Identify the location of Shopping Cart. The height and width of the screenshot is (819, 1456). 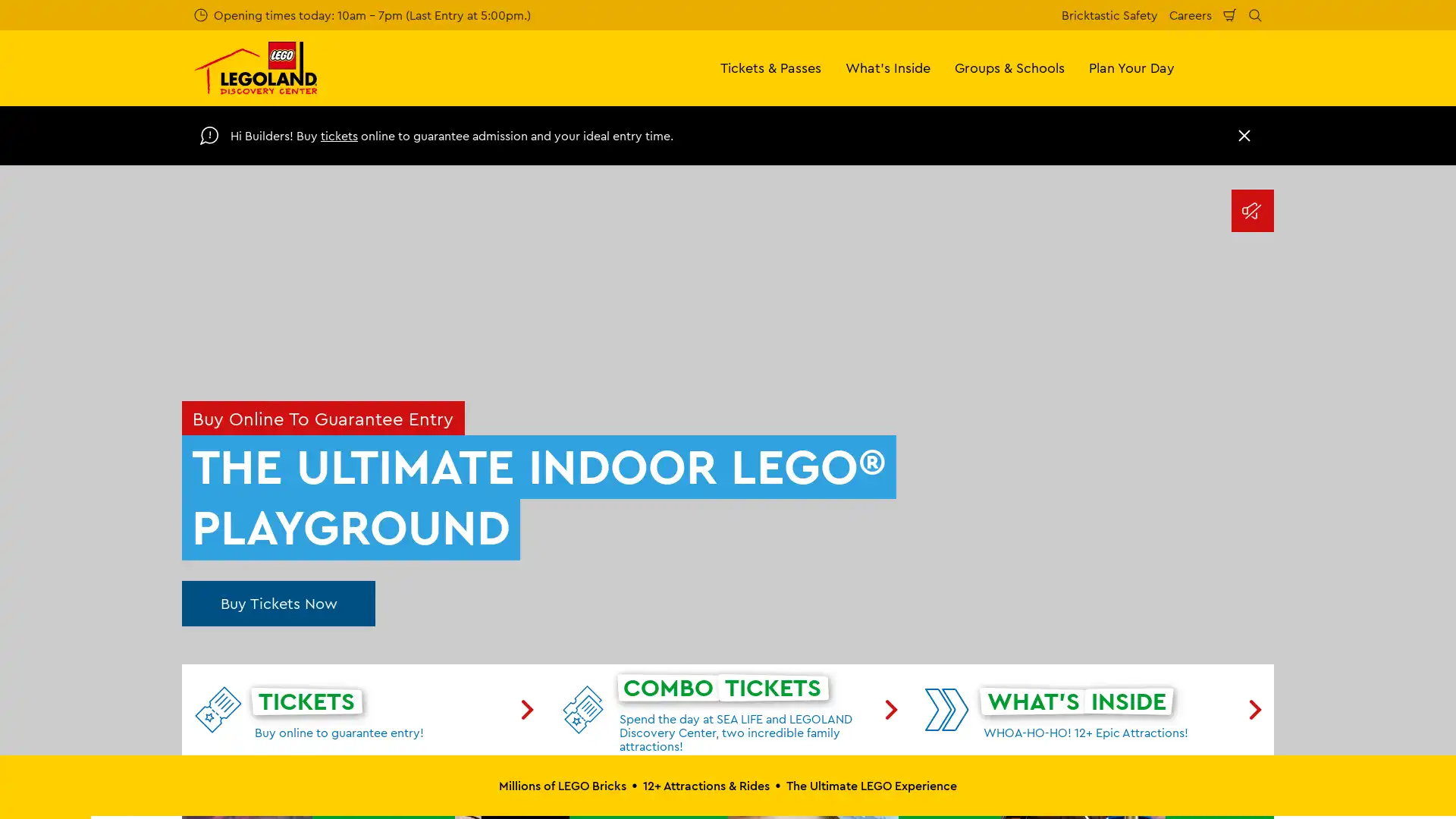
(1230, 14).